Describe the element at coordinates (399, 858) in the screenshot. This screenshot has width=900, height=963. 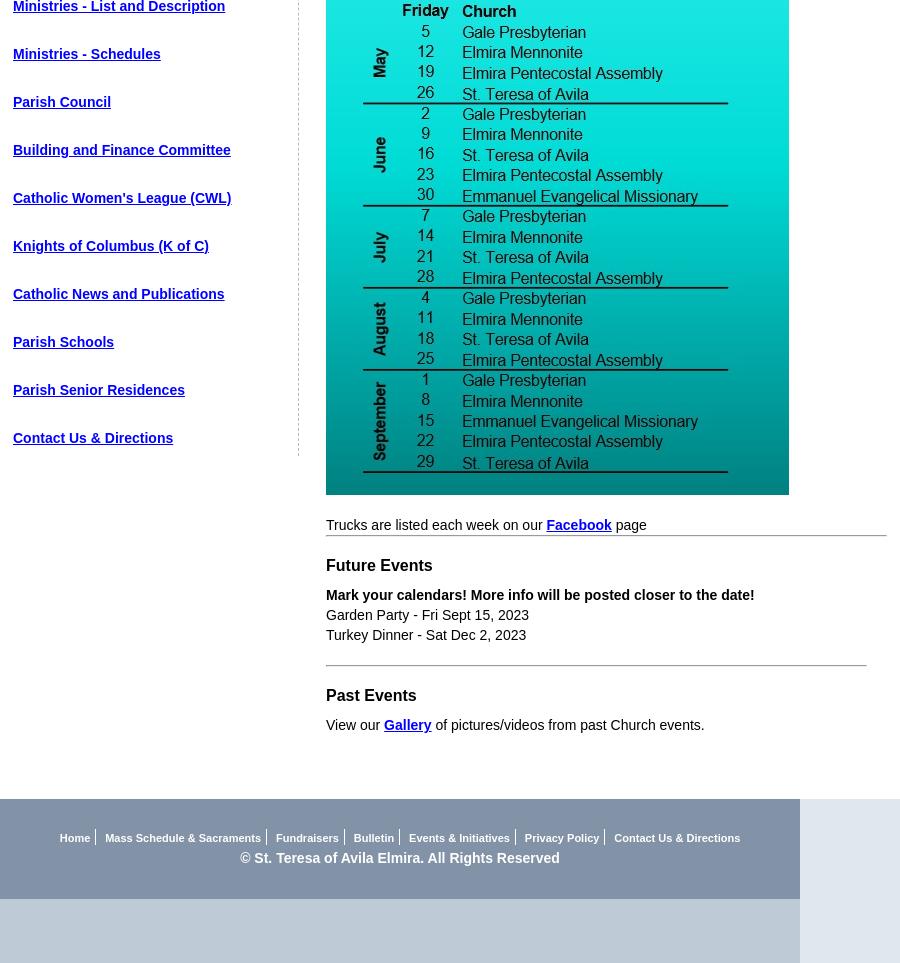
I see `'© St. Teresa of Avila Elmira. All Rights Reserved'` at that location.